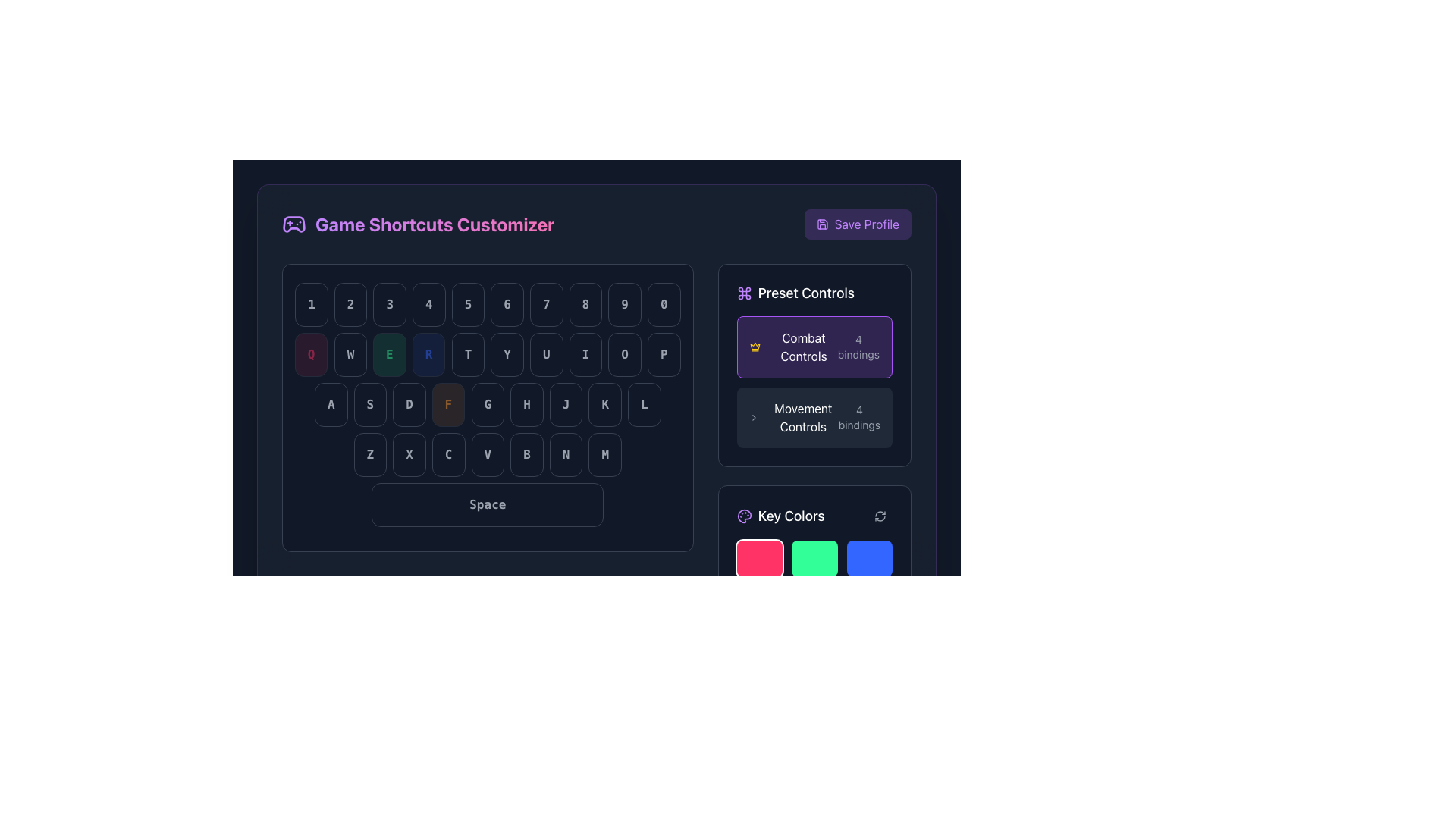 Image resolution: width=1456 pixels, height=819 pixels. Describe the element at coordinates (409, 454) in the screenshot. I see `the button labeled 'X' which is the second button in the bottom row of a keyboard-like layout, positioned between 'Z' and 'C'` at that location.